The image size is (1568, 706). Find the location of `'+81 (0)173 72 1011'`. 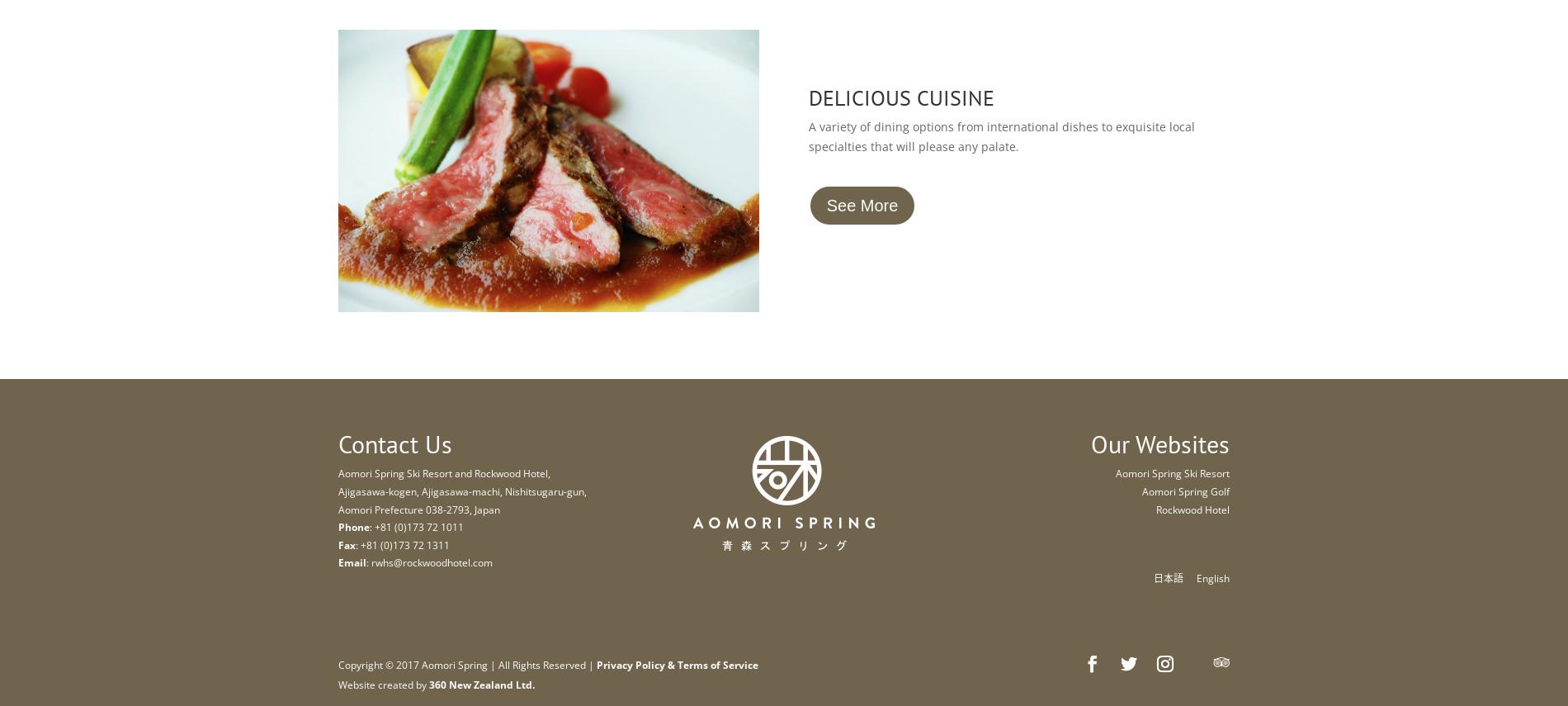

'+81 (0)173 72 1011' is located at coordinates (419, 526).